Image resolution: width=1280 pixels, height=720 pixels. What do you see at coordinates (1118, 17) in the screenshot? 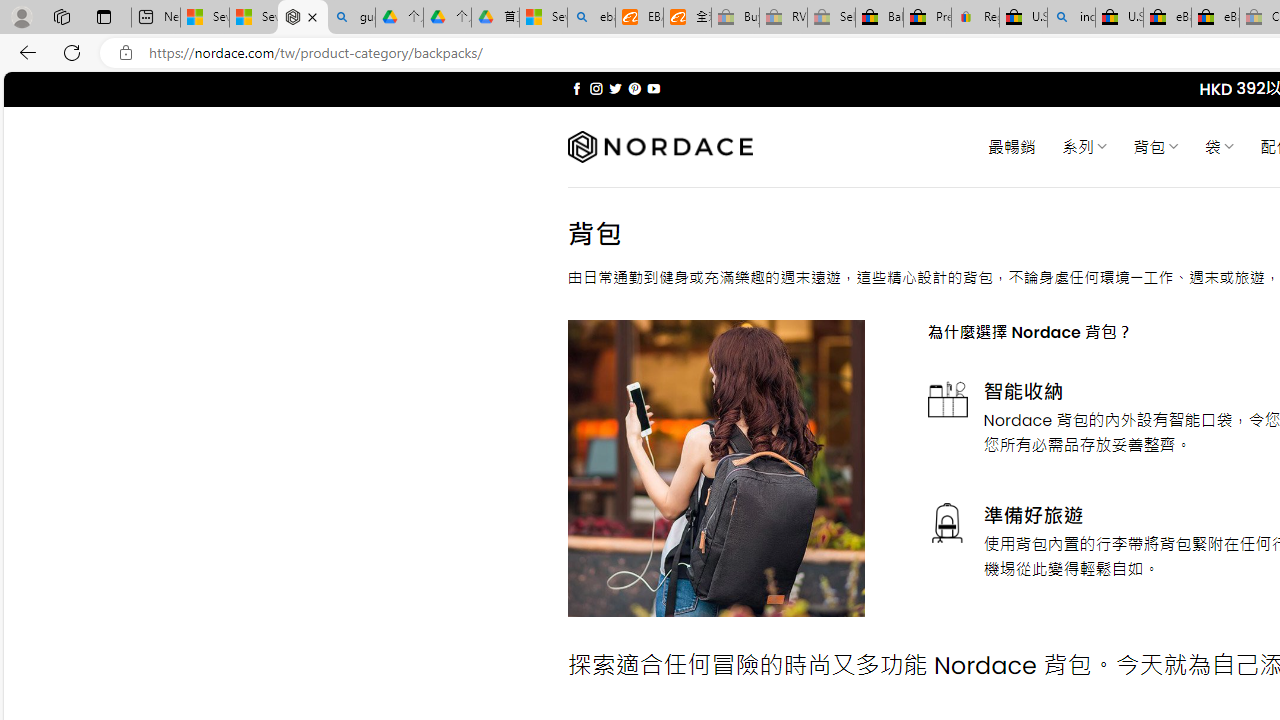
I see `'U.S. State Privacy Disclosures - eBay Inc.'` at bounding box center [1118, 17].